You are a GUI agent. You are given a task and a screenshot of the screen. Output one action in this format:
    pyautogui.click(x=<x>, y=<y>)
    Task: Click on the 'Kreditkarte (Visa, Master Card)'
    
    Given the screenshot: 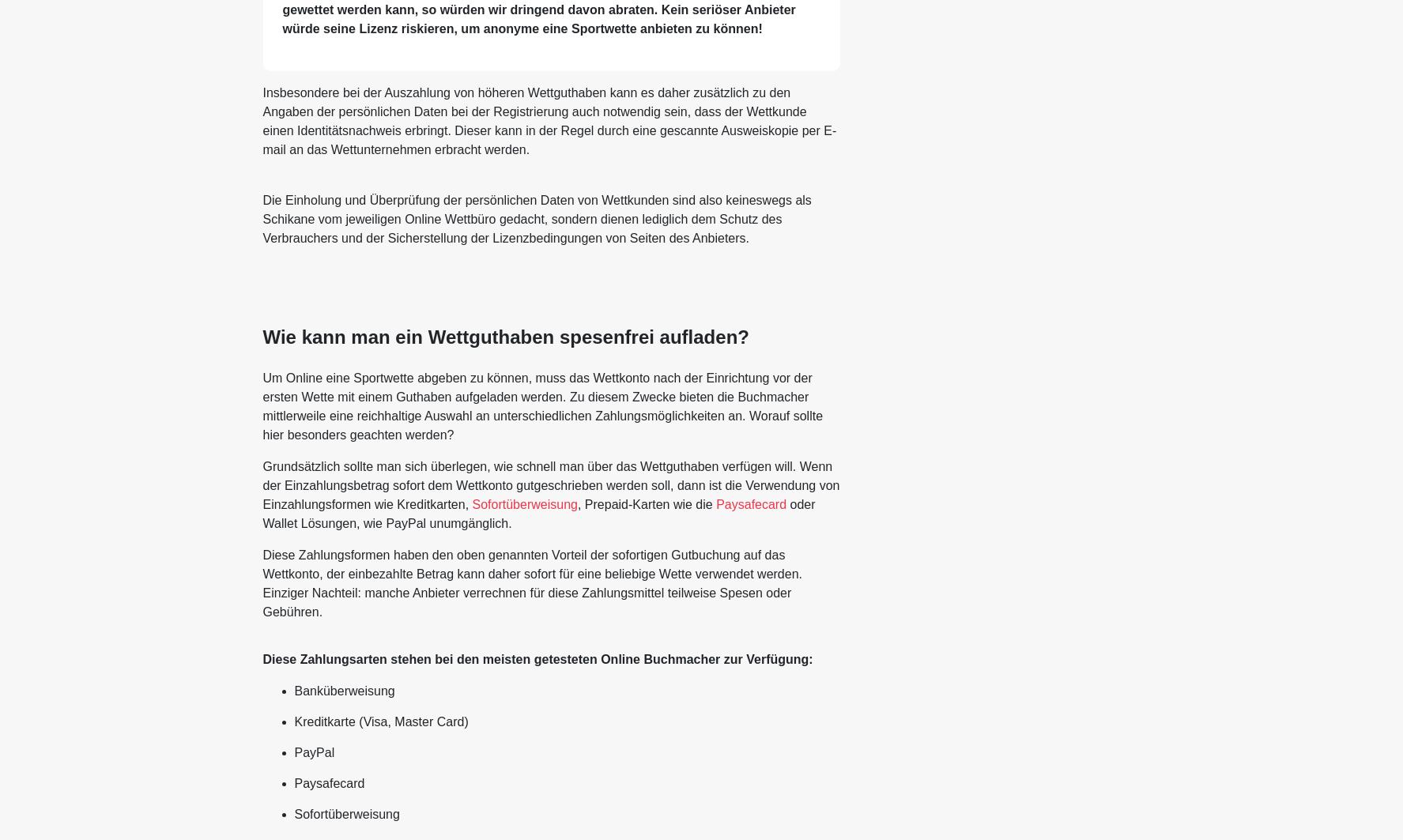 What is the action you would take?
    pyautogui.click(x=380, y=720)
    